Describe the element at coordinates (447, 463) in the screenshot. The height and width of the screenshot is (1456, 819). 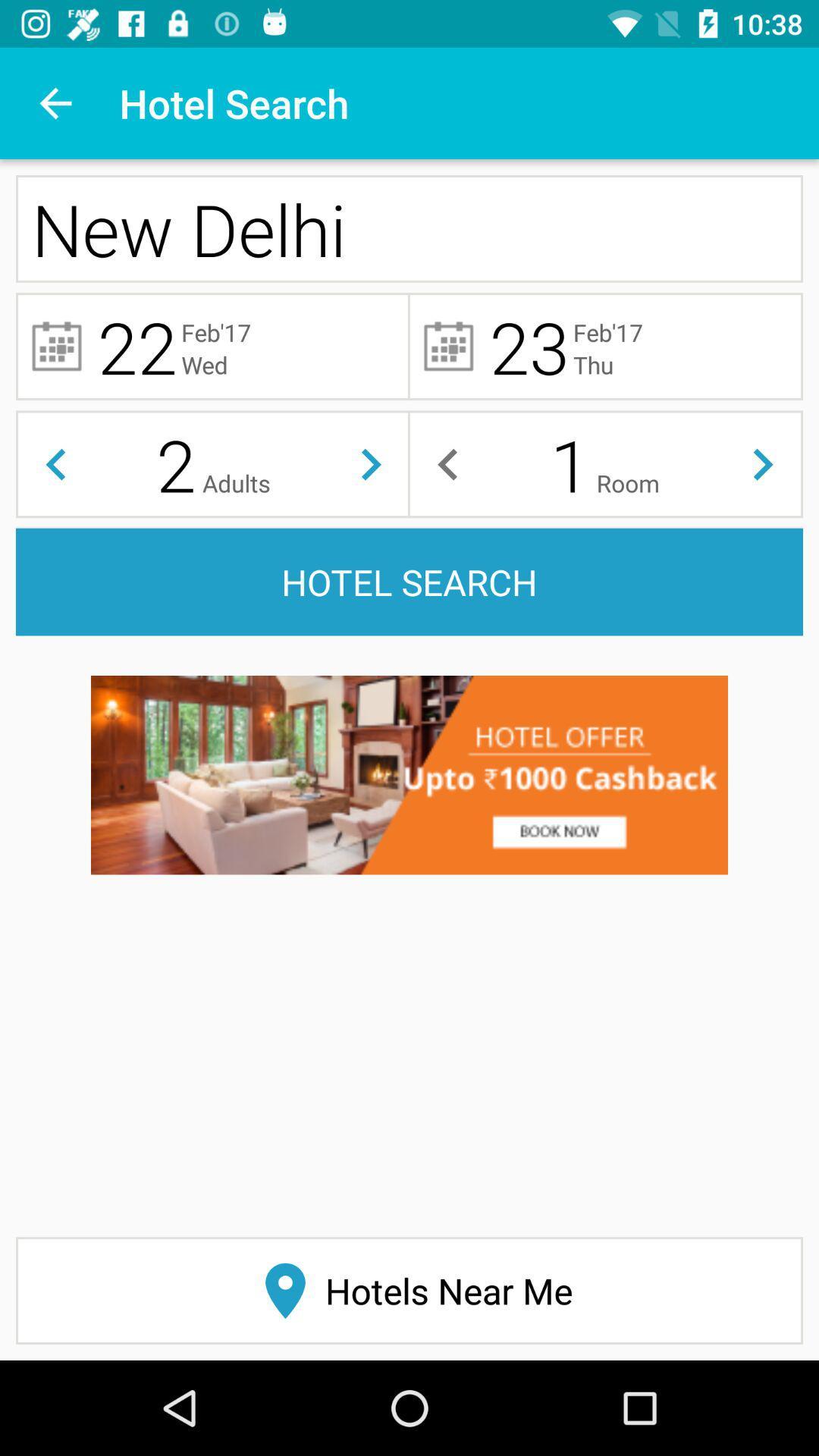
I see `to select the number of rooms` at that location.